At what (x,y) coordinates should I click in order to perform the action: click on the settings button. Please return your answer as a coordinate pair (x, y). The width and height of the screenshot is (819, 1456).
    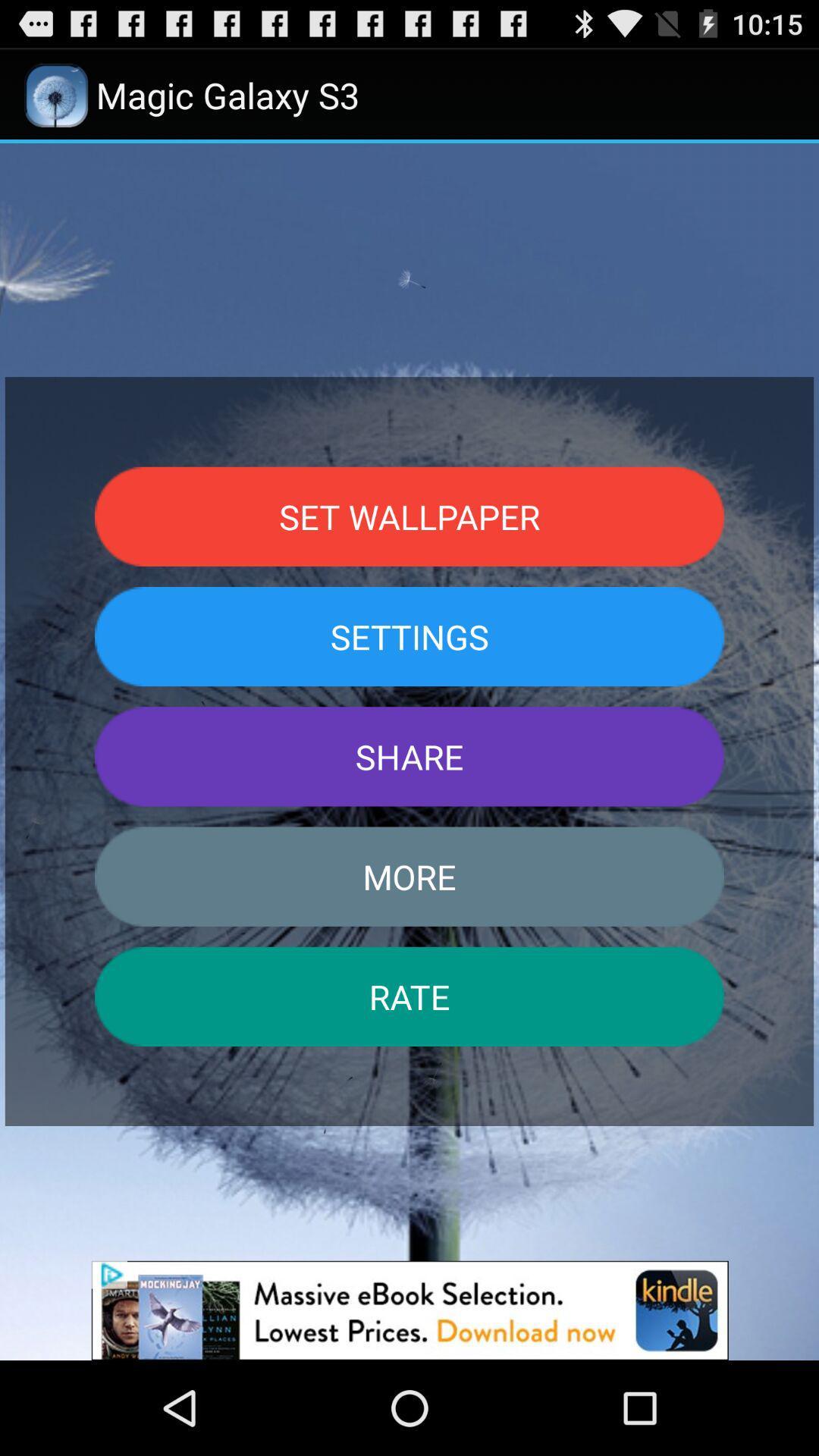
    Looking at the image, I should click on (409, 636).